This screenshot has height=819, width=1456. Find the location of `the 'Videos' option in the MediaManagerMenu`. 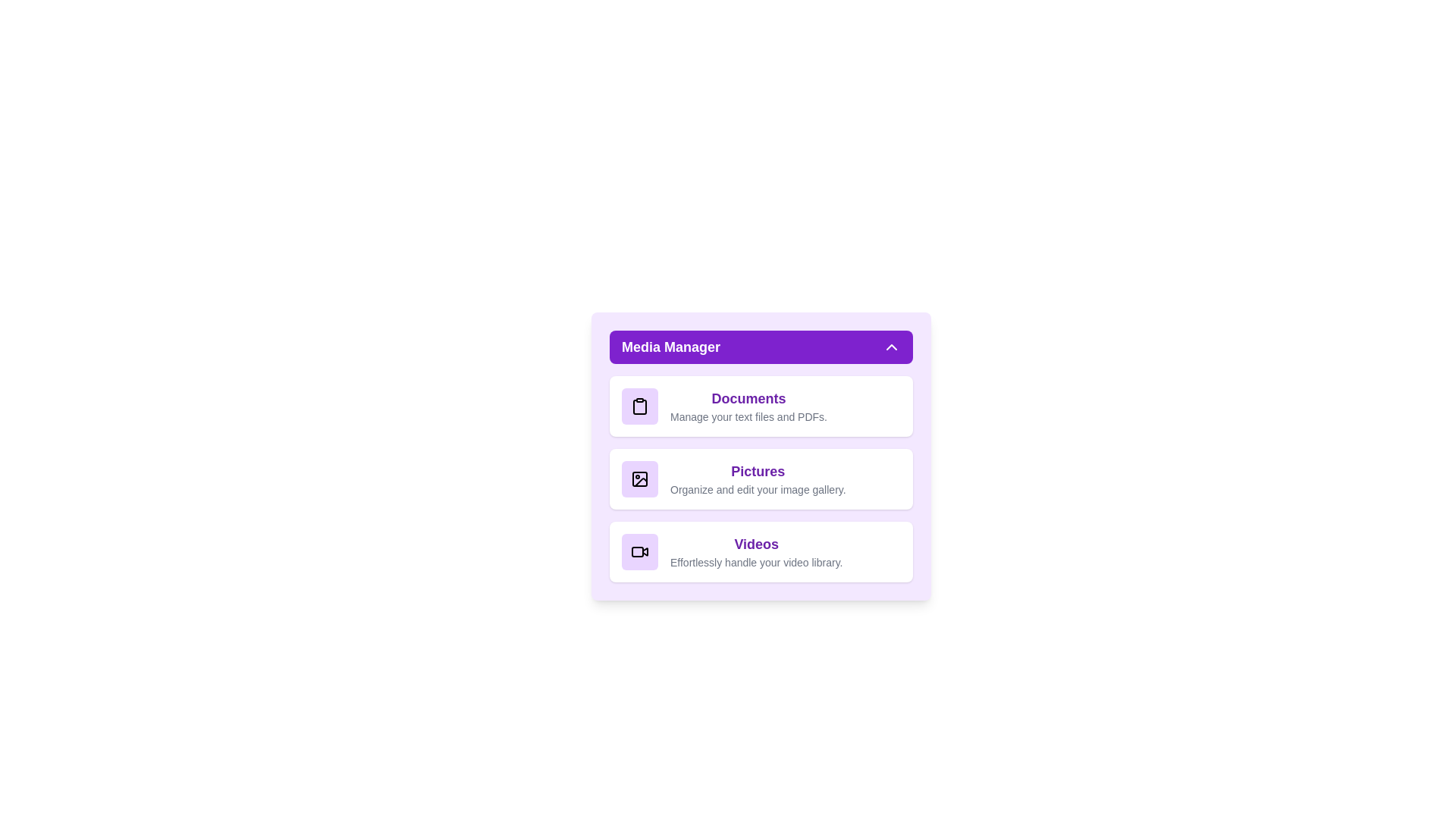

the 'Videos' option in the MediaManagerMenu is located at coordinates (761, 552).